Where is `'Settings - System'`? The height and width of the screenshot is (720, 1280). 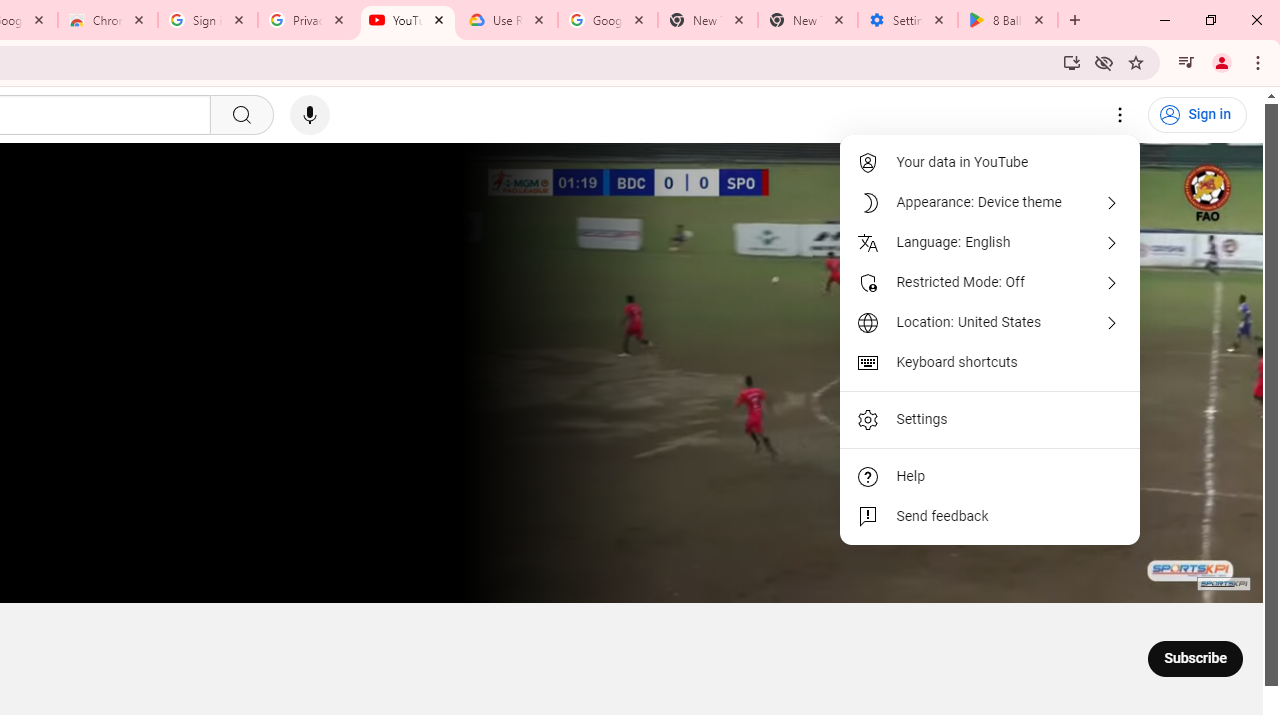
'Settings - System' is located at coordinates (906, 20).